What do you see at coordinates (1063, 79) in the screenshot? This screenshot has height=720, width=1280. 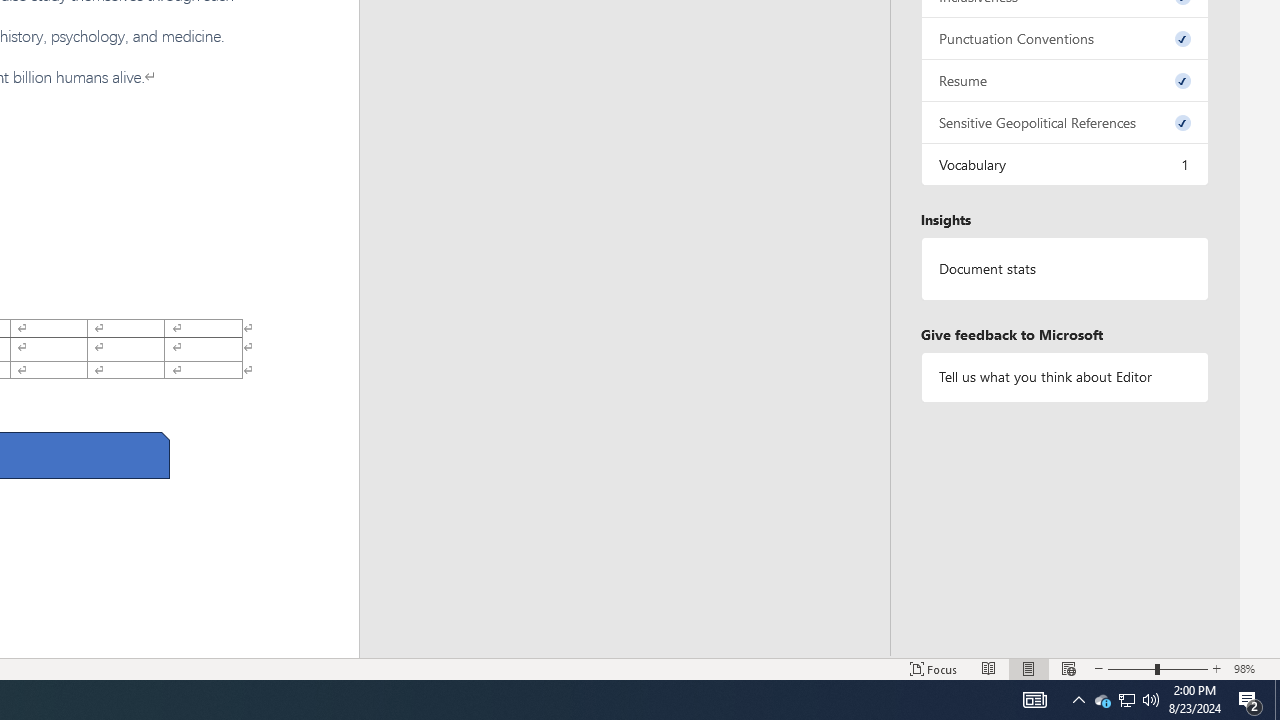 I see `'Resume, 0 issues. Press space or enter to review items.'` at bounding box center [1063, 79].